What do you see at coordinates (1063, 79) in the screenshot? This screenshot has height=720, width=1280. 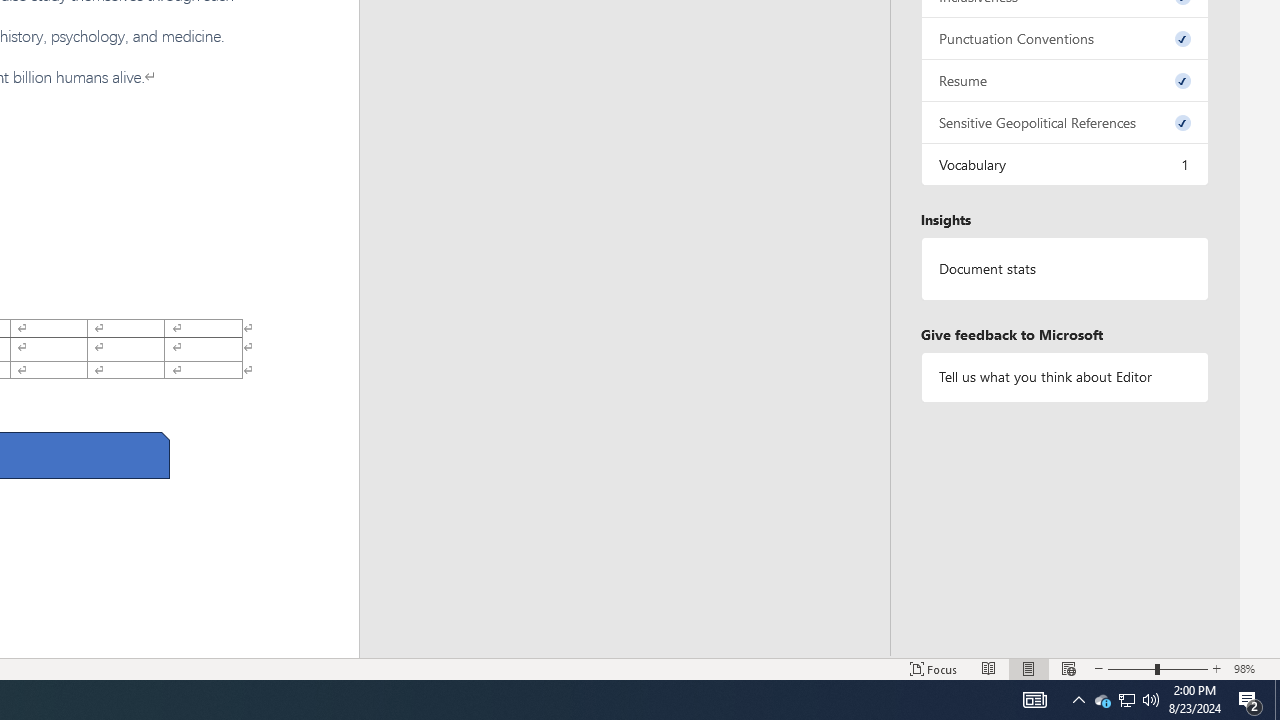 I see `'Resume, 0 issues. Press space or enter to review items.'` at bounding box center [1063, 79].